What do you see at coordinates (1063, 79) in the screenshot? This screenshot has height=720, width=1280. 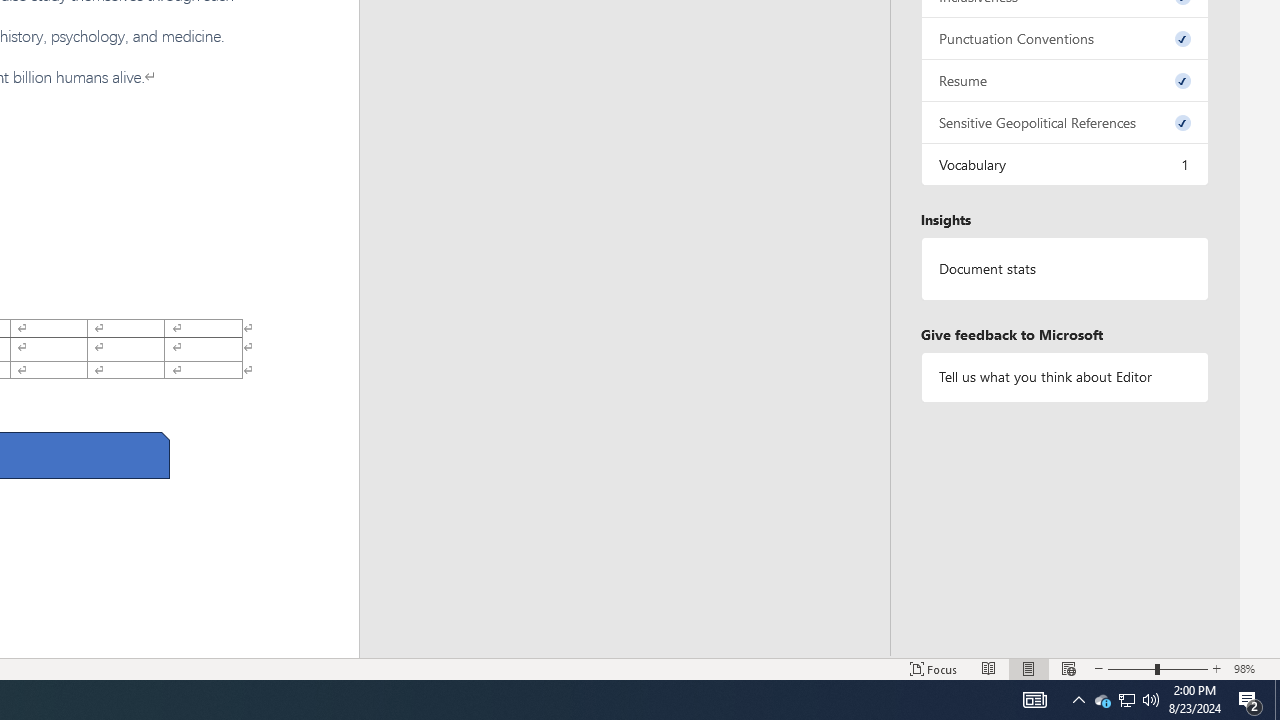 I see `'Resume, 0 issues. Press space or enter to review items.'` at bounding box center [1063, 79].